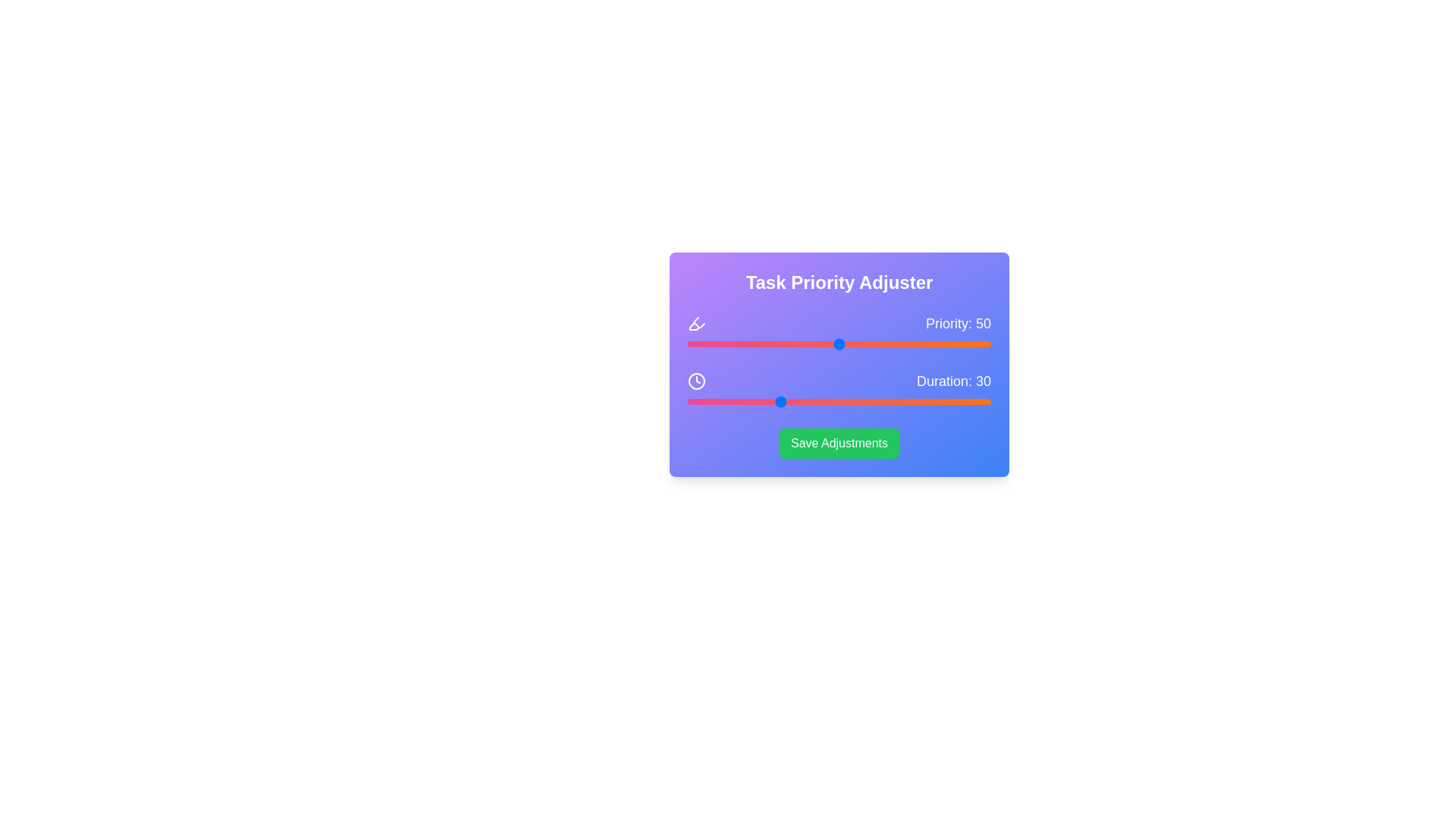 Image resolution: width=1456 pixels, height=819 pixels. What do you see at coordinates (975, 344) in the screenshot?
I see `the priority slider to set its value to 95` at bounding box center [975, 344].